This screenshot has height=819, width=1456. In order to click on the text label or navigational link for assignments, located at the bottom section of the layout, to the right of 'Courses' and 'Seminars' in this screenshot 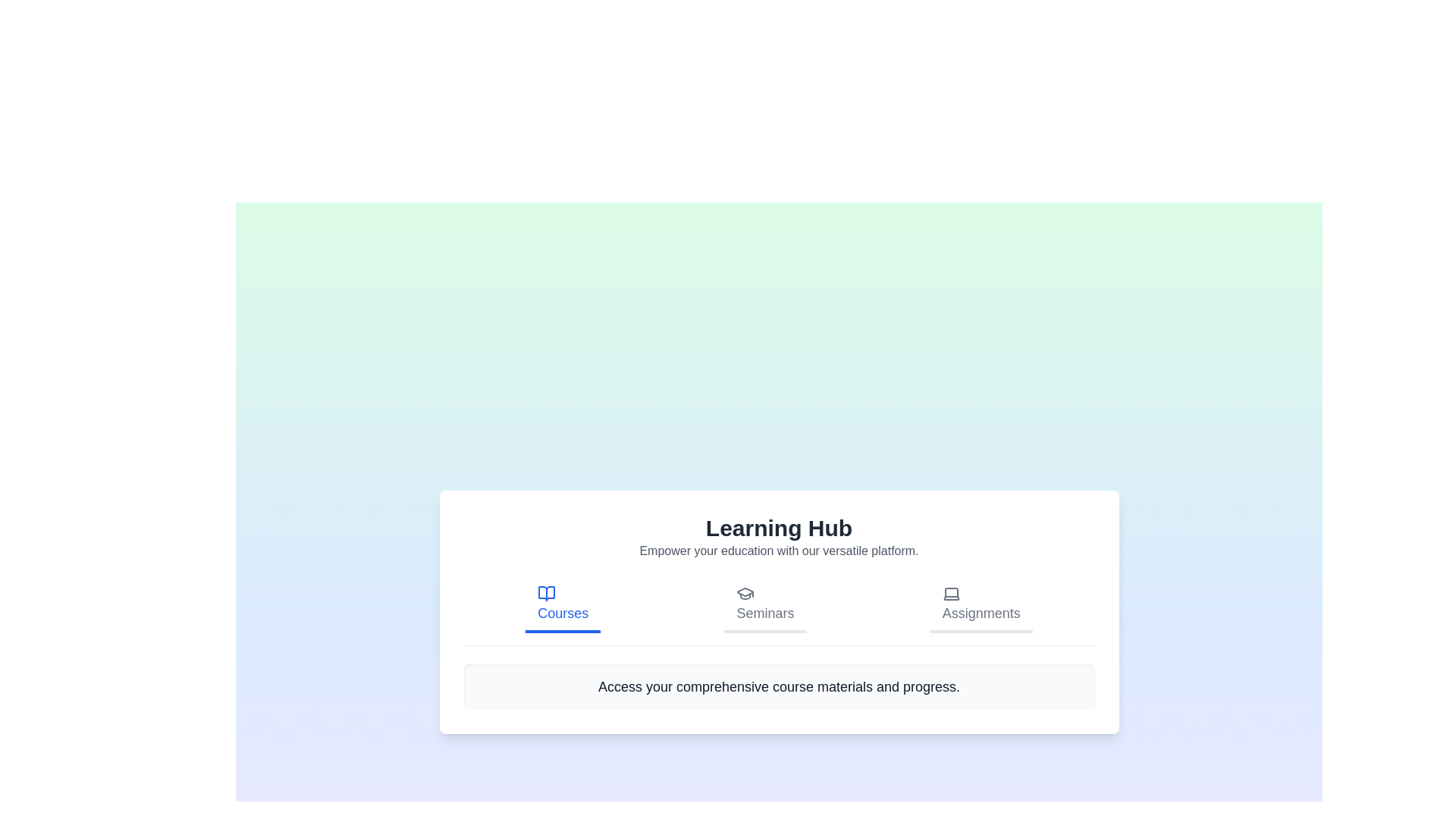, I will do `click(981, 612)`.